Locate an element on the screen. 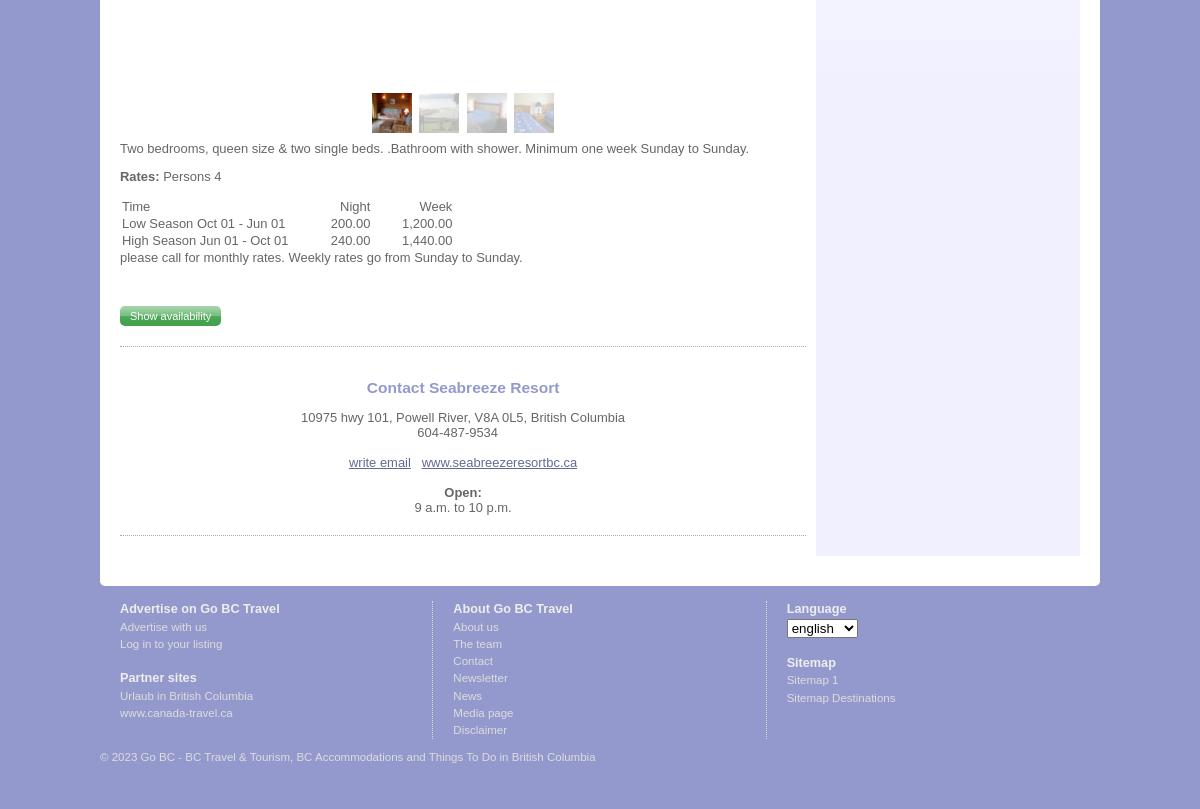 This screenshot has width=1200, height=809. 'Urlaub in British Columbia' is located at coordinates (185, 694).